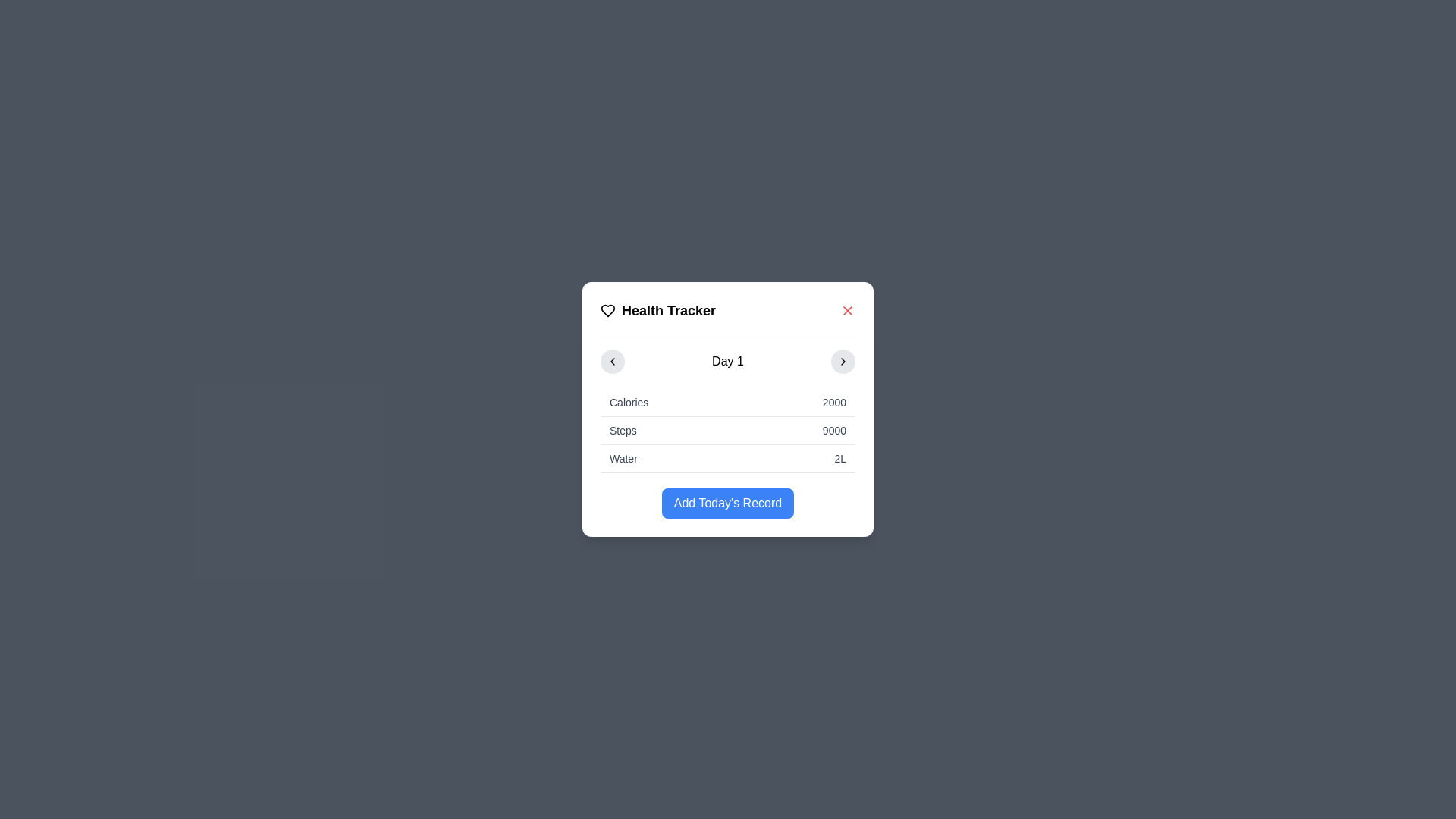 Image resolution: width=1456 pixels, height=819 pixels. What do you see at coordinates (629, 402) in the screenshot?
I see `the Text label indicating caloric intake data in the Health Tracker card, located to the left of the value '2000'` at bounding box center [629, 402].